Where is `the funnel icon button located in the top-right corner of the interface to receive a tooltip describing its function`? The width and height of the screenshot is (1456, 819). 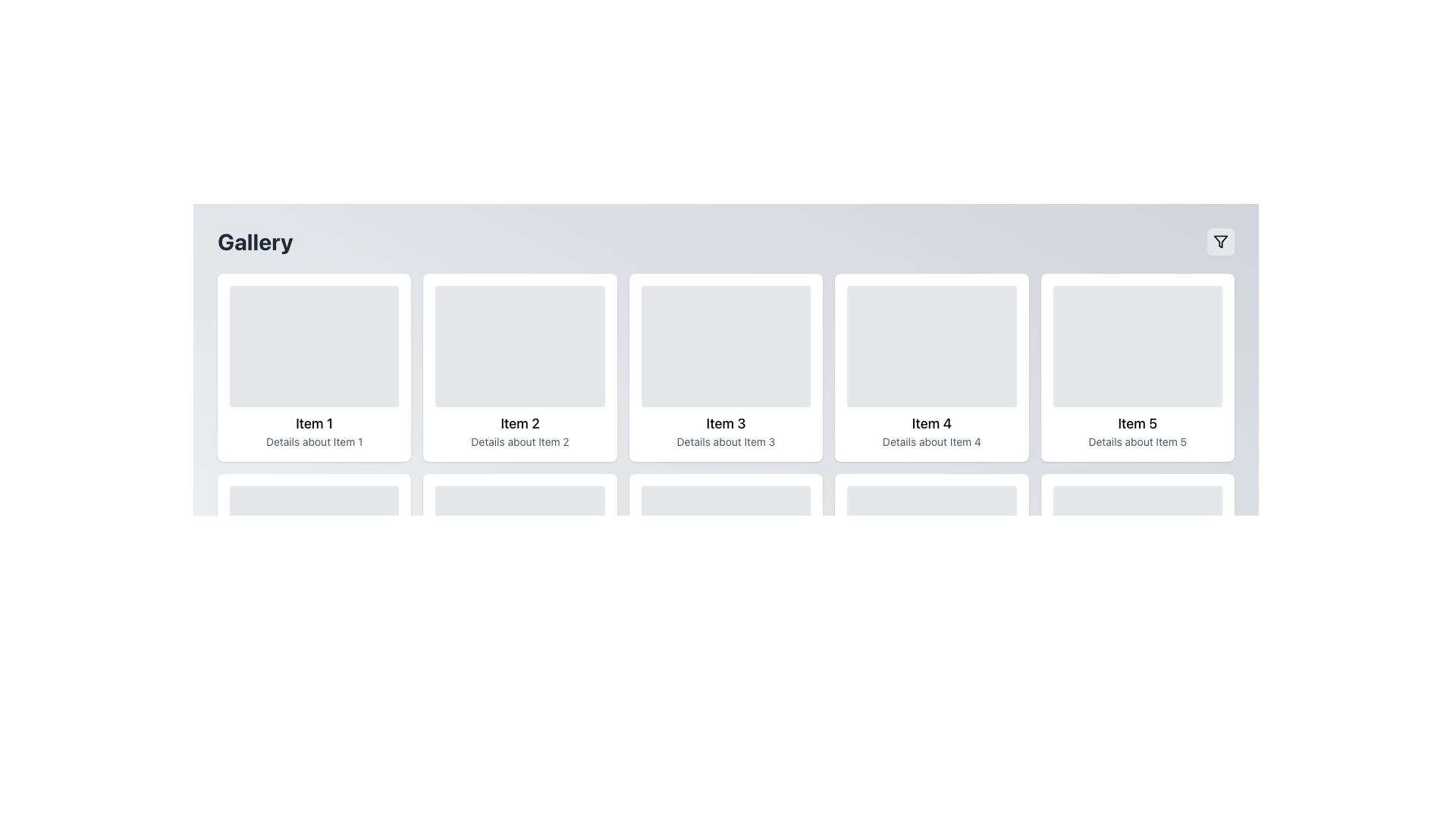 the funnel icon button located in the top-right corner of the interface to receive a tooltip describing its function is located at coordinates (1220, 241).